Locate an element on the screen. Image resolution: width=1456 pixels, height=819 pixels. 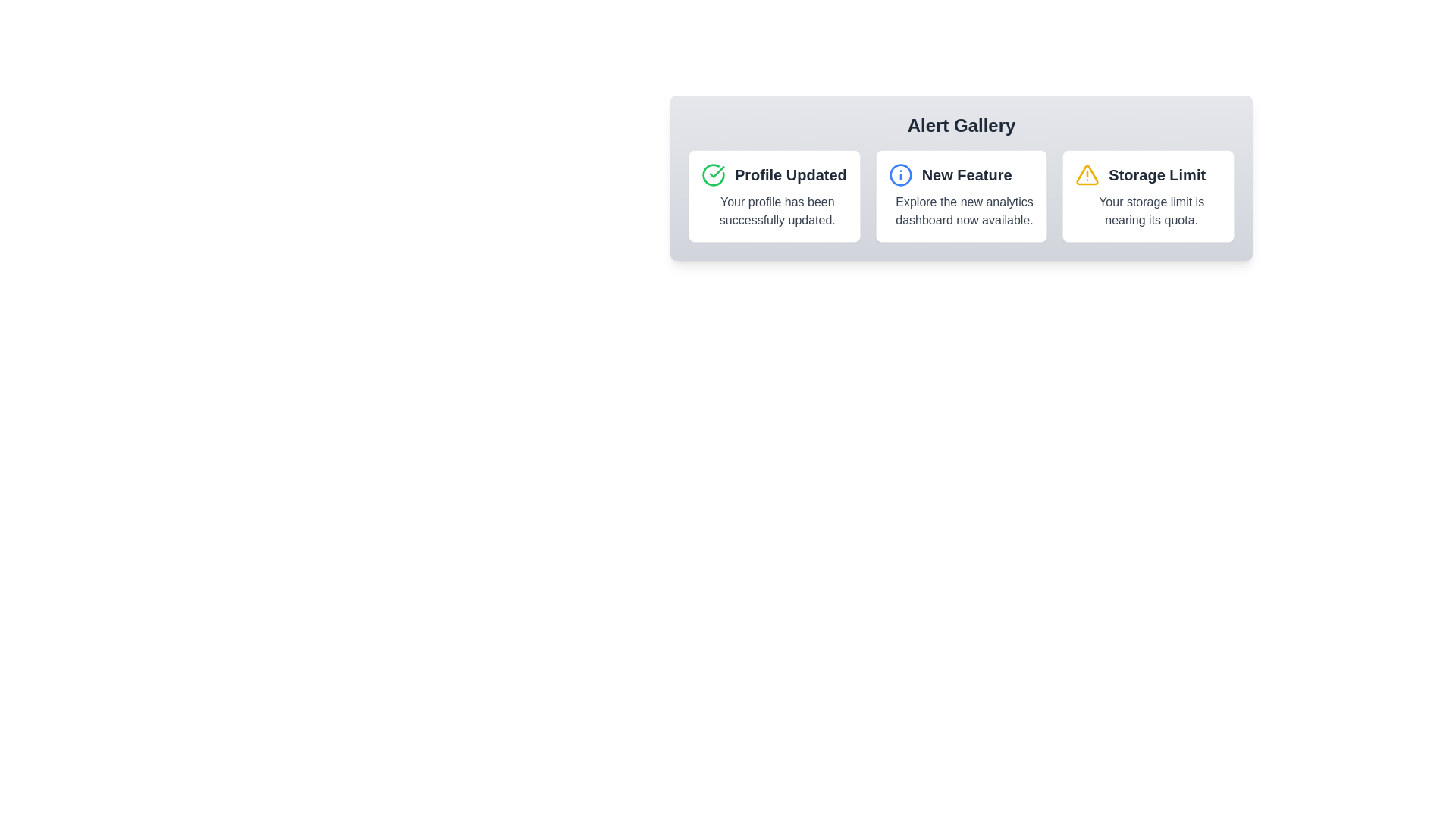
the Text Label that indicates the status update message for the user, located under 'Alert Gallery' and to the right of a green check mark icon is located at coordinates (789, 174).